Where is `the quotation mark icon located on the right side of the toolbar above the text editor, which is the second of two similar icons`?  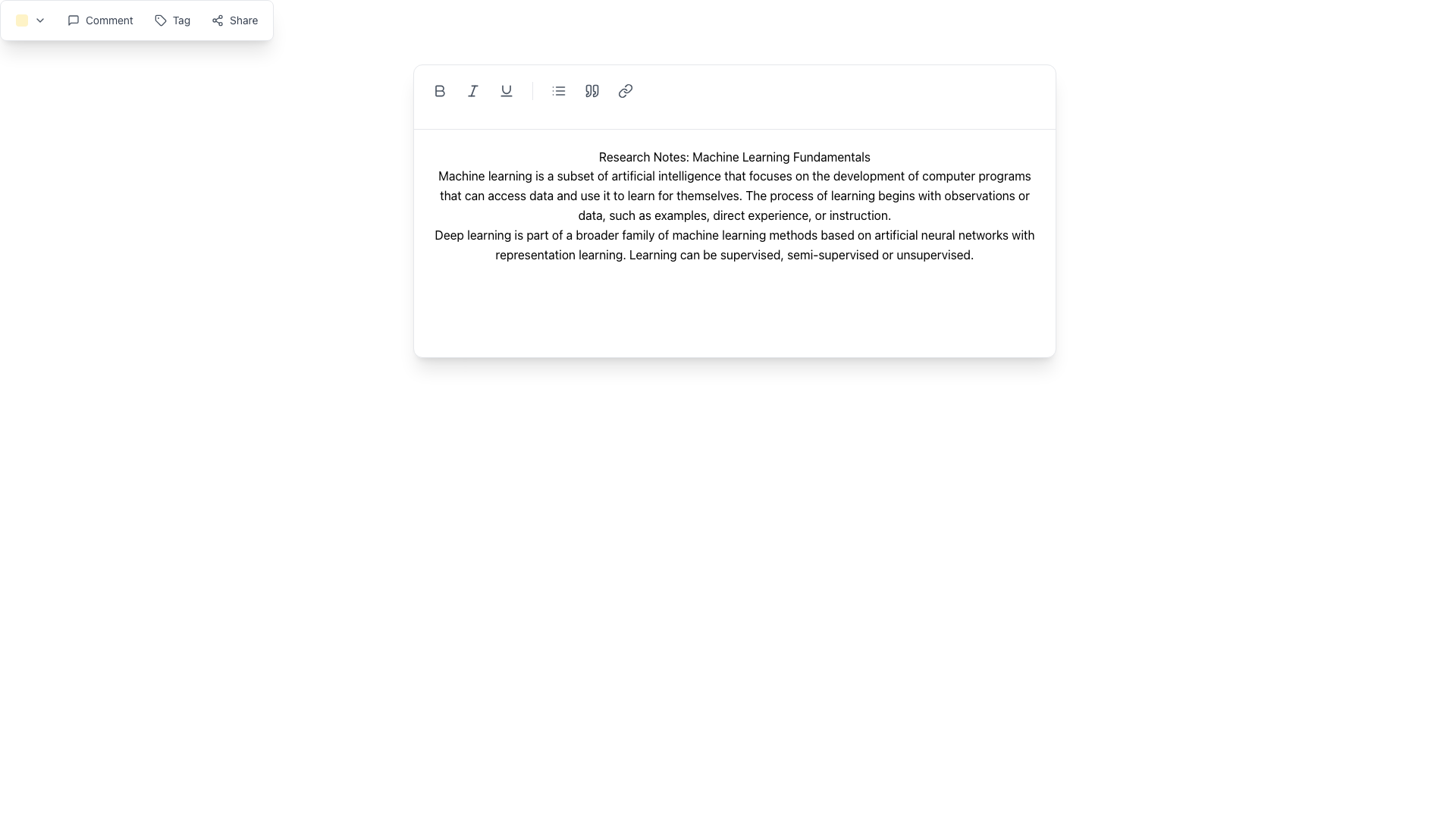 the quotation mark icon located on the right side of the toolbar above the text editor, which is the second of two similar icons is located at coordinates (595, 90).